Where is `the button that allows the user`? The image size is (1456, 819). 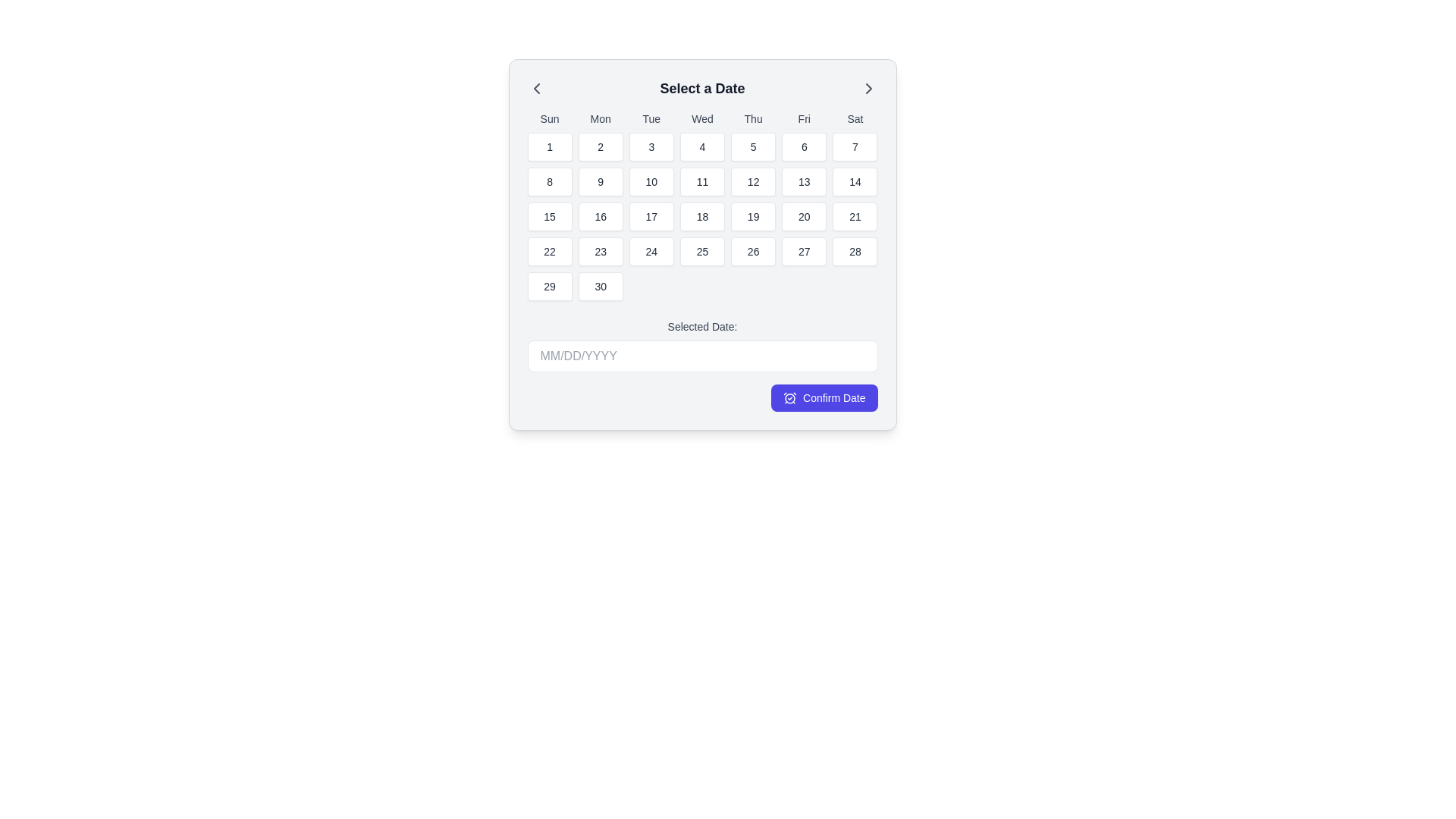 the button that allows the user is located at coordinates (701, 216).